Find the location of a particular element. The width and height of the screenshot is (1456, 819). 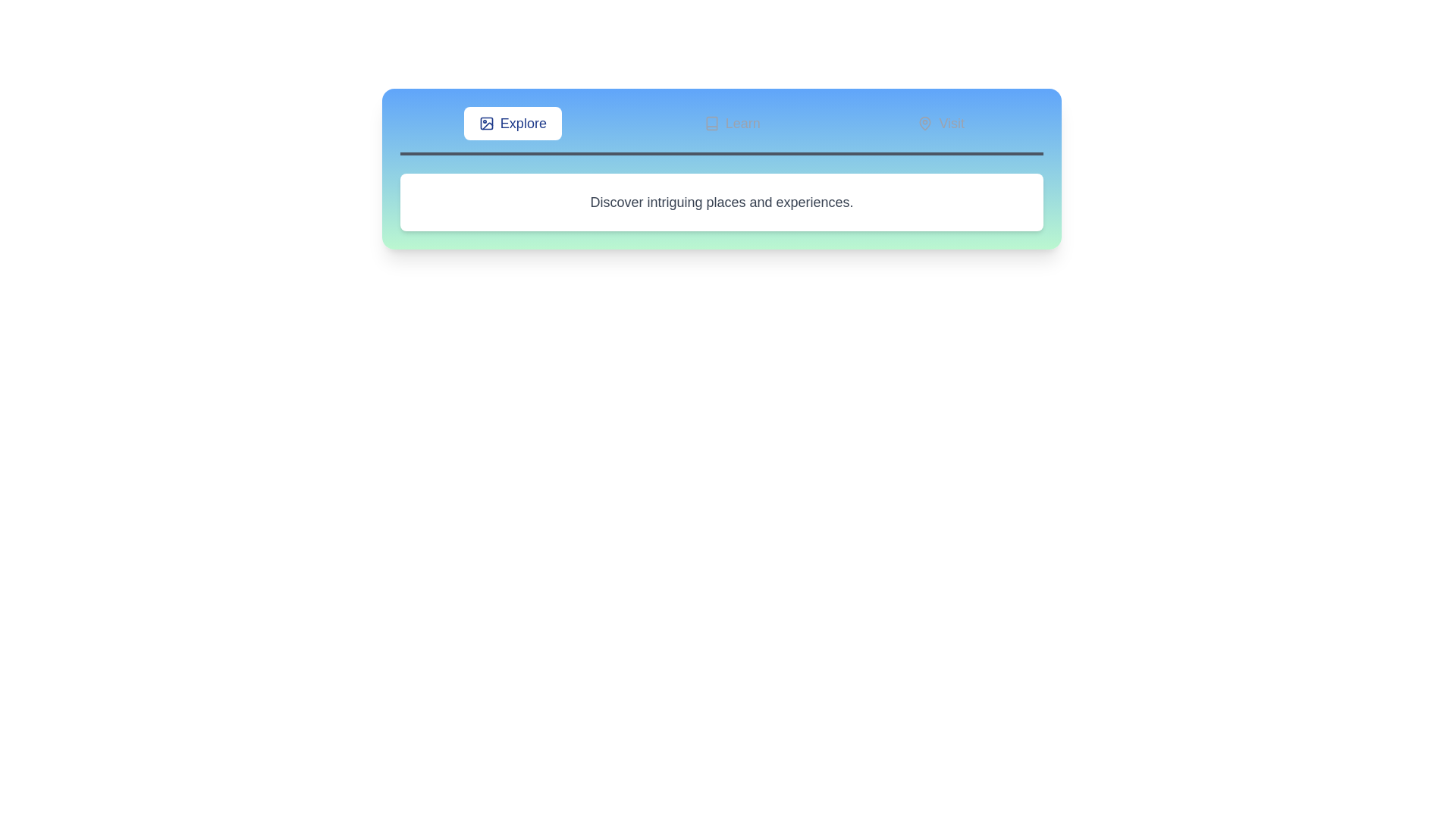

the appearance of the pin icon located within the 'Visit' button area on the top-right side of the horizontal menu bar is located at coordinates (924, 122).